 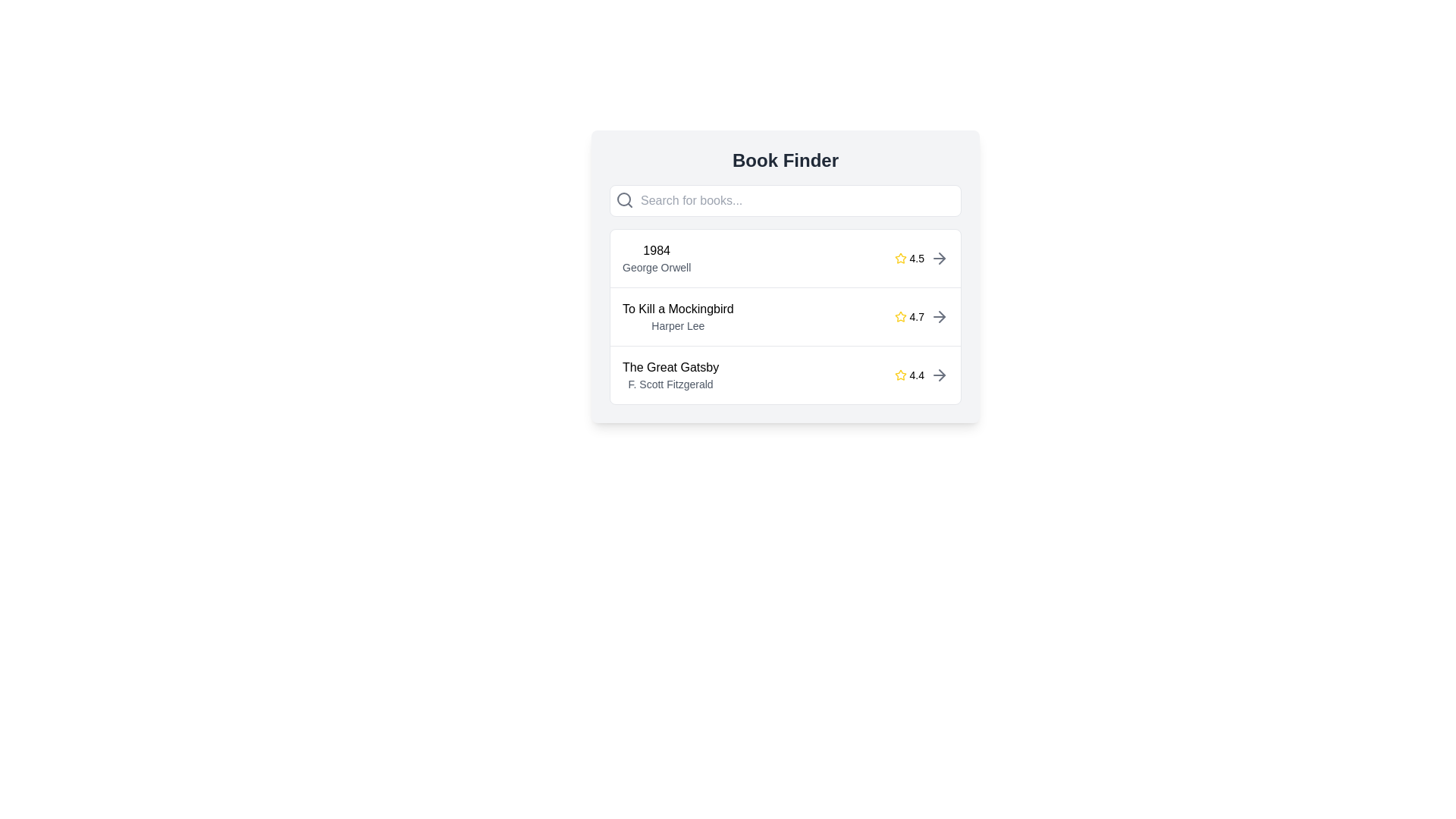 I want to click on the search icon styled as a magnifying glass located at the top-left corner of the search bar, so click(x=625, y=199).